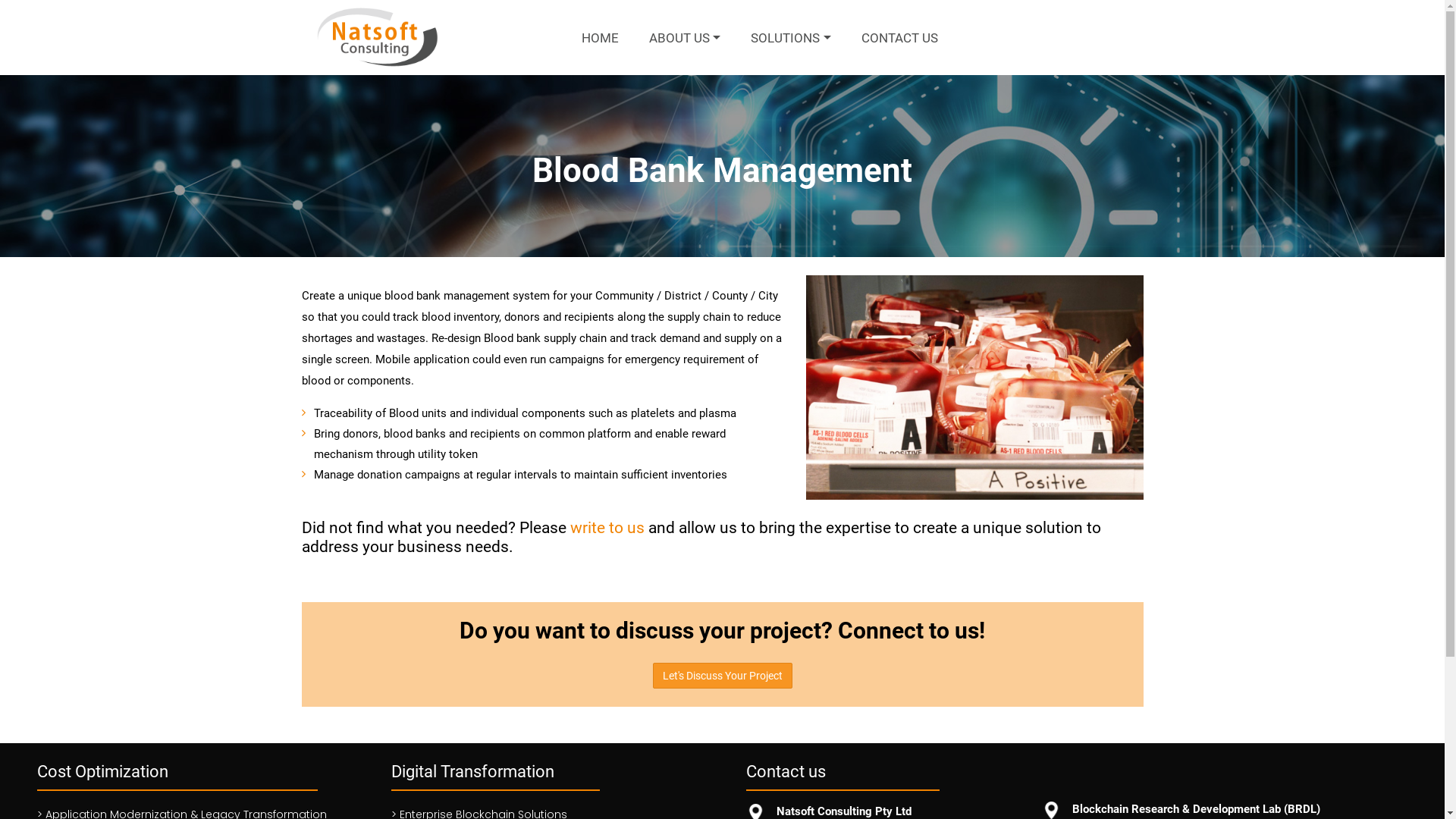  I want to click on 'ABOUT US', so click(683, 37).